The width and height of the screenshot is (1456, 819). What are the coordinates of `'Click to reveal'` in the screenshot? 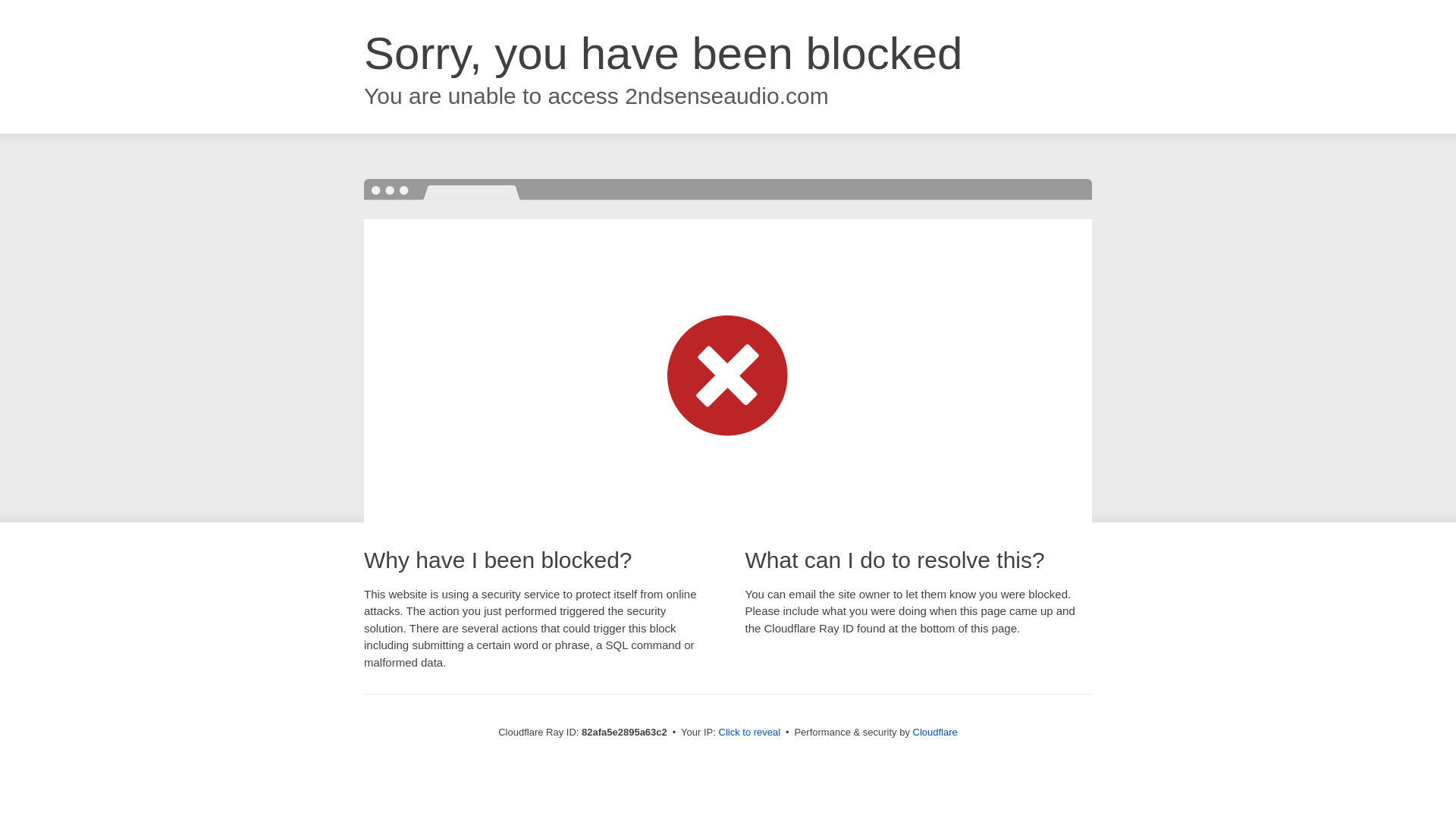 It's located at (749, 731).